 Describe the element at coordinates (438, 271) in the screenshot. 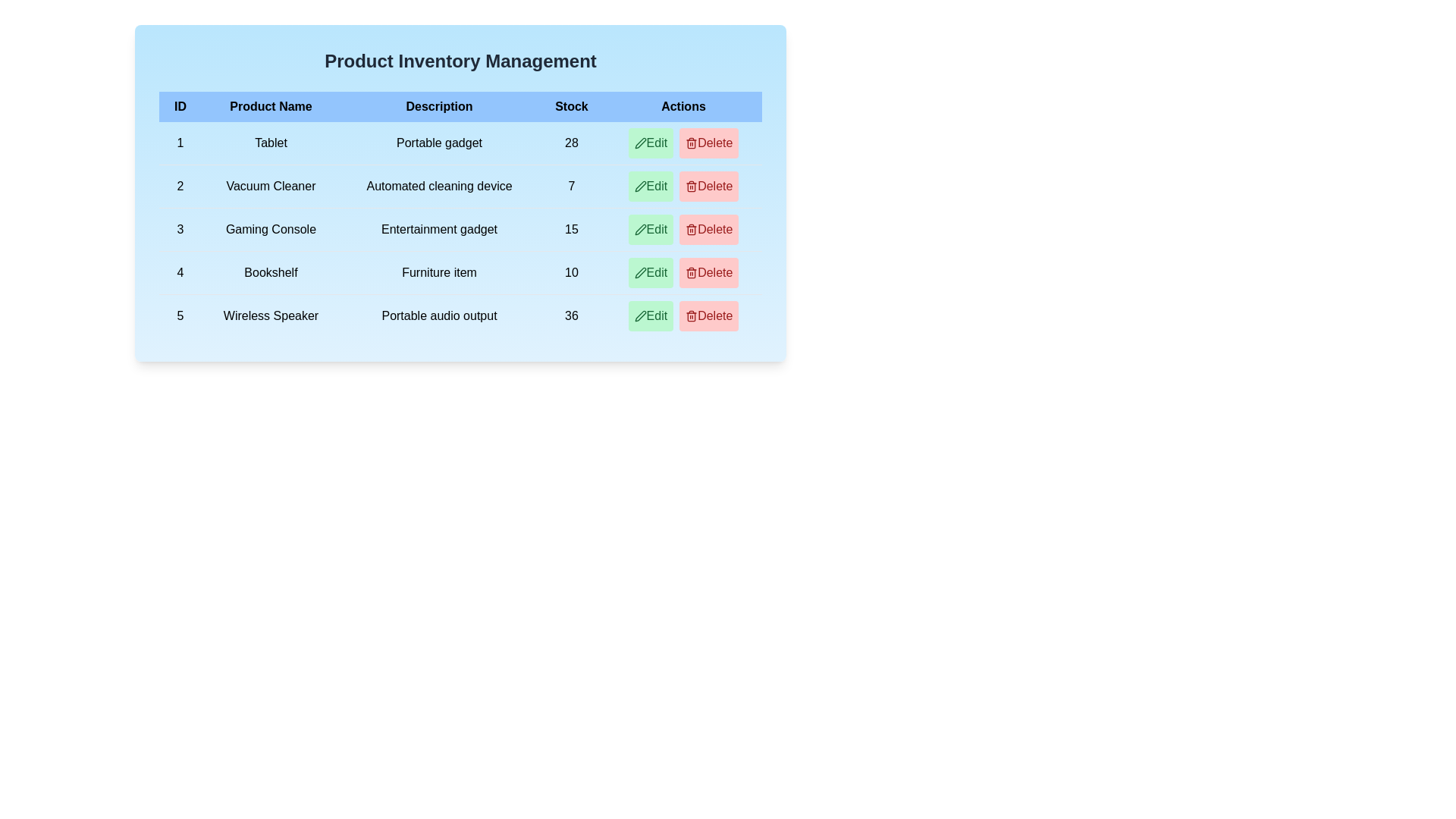

I see `the 'Description' text label in the fourth row of the table, which provides details about the 'Bookshelf' product` at that location.